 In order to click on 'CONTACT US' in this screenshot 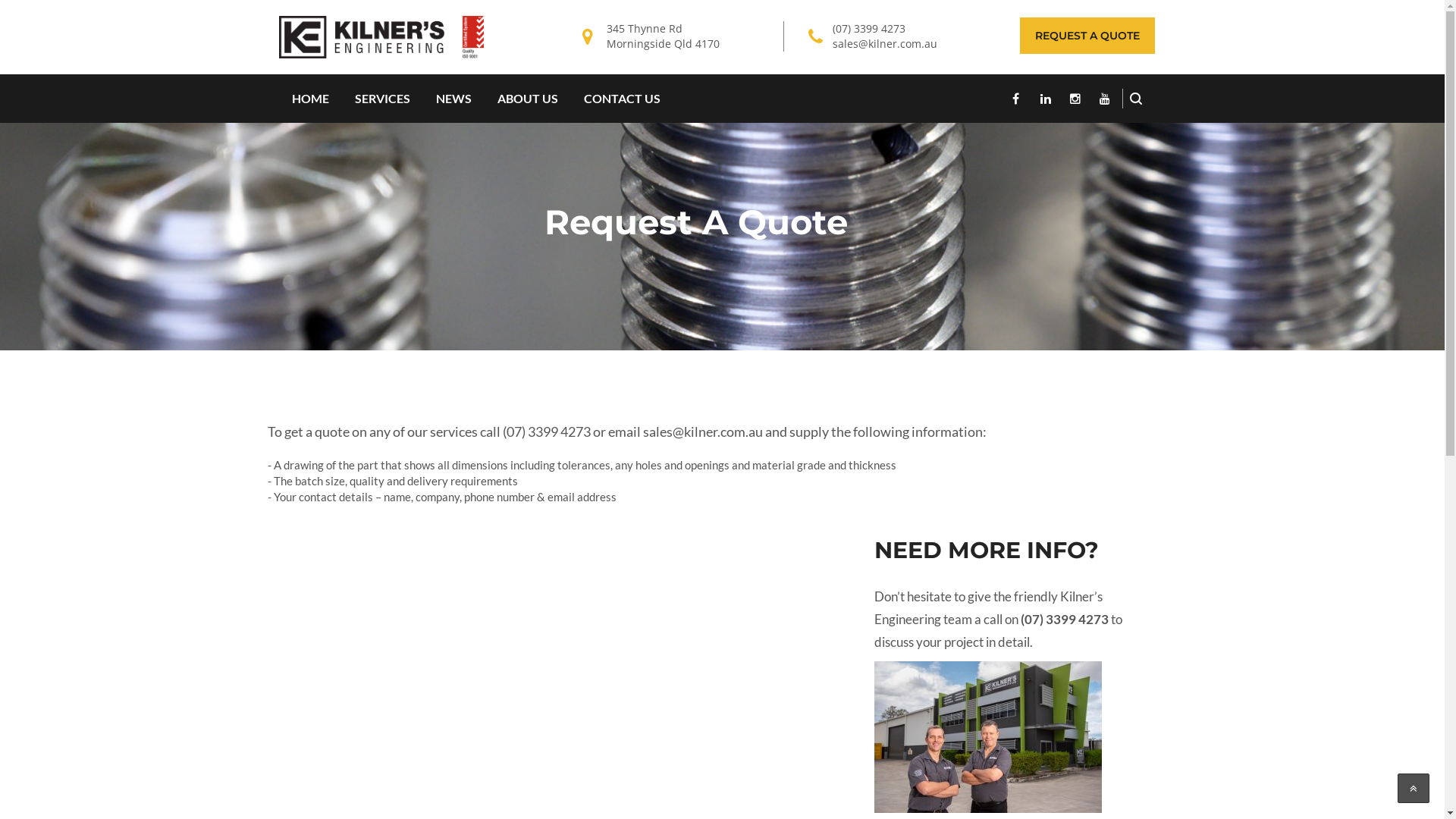, I will do `click(621, 99)`.